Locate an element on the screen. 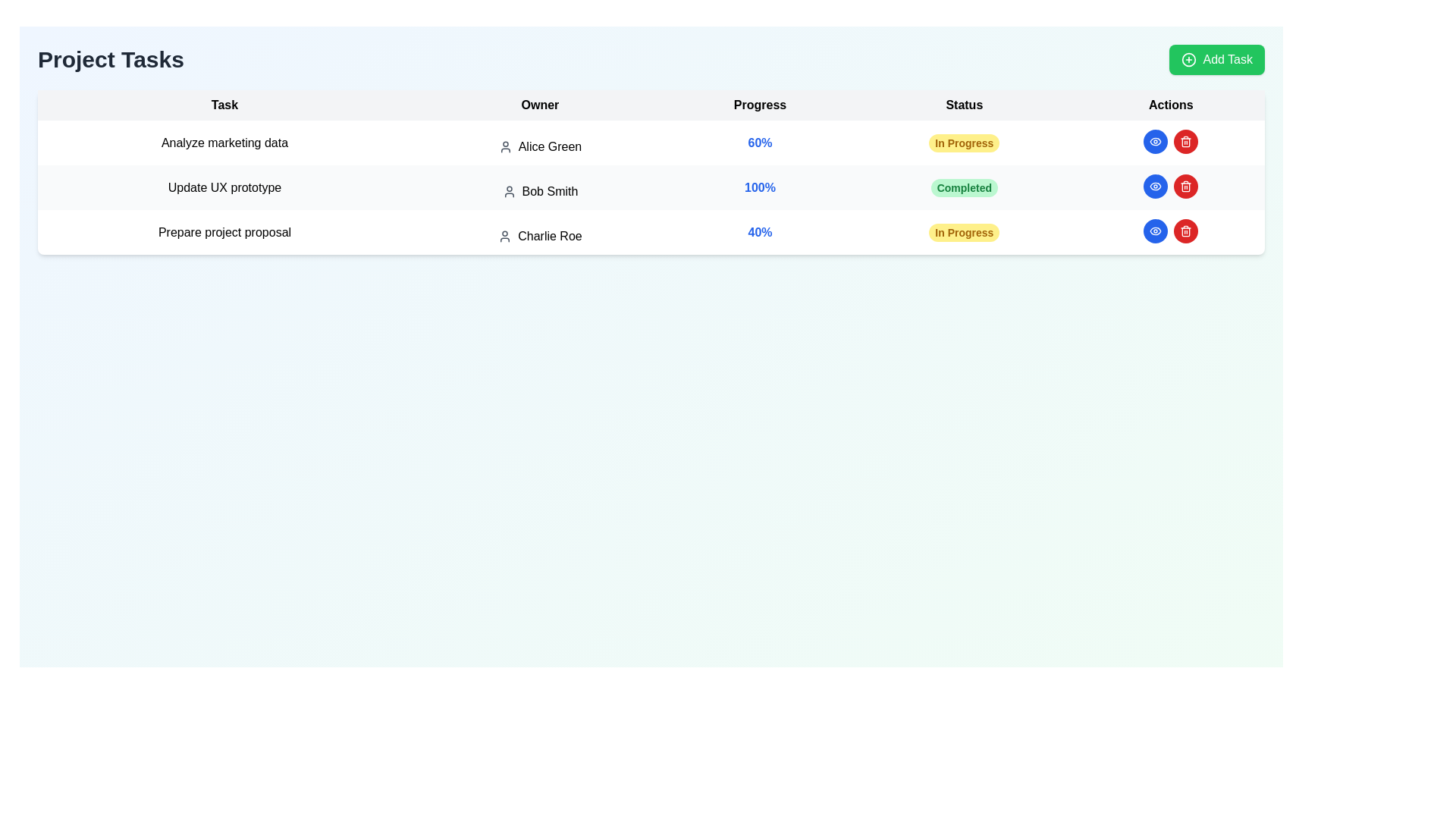  the Progress column header in the table, which is the third column header located between the Owner and Status headers under the main title 'Project Tasks' is located at coordinates (760, 104).